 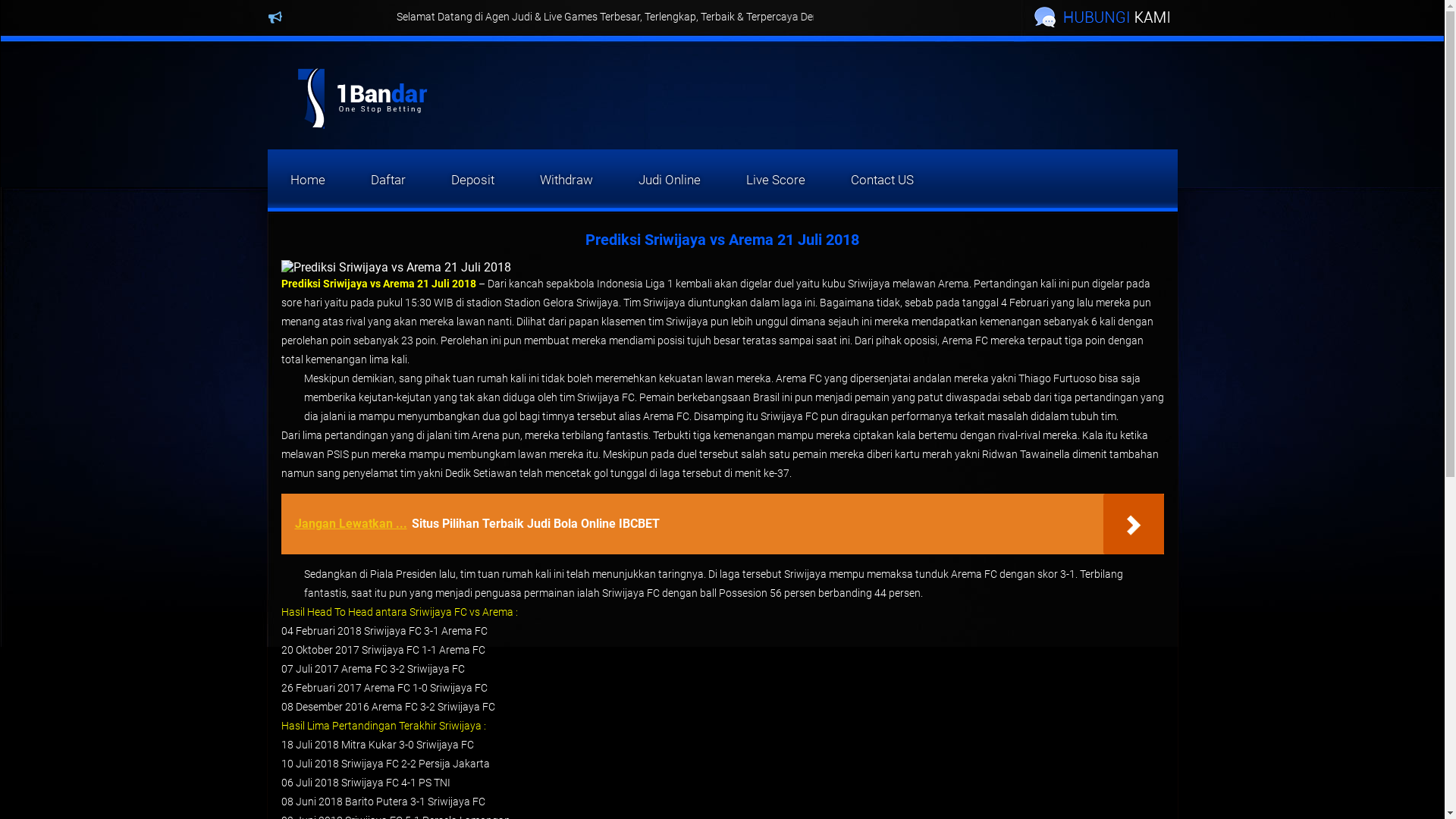 I want to click on 'Deposit', so click(x=471, y=178).